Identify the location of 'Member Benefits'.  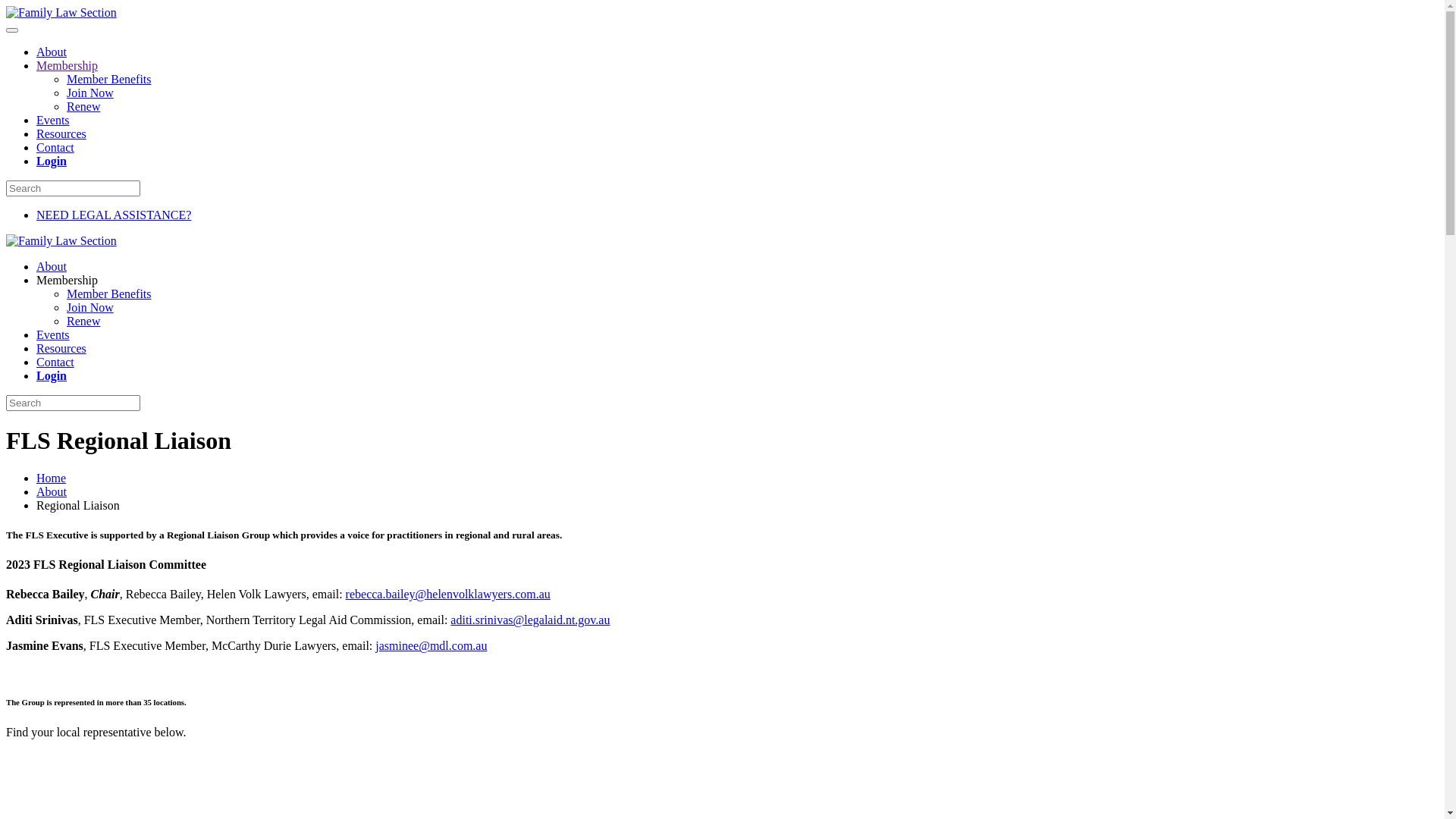
(65, 79).